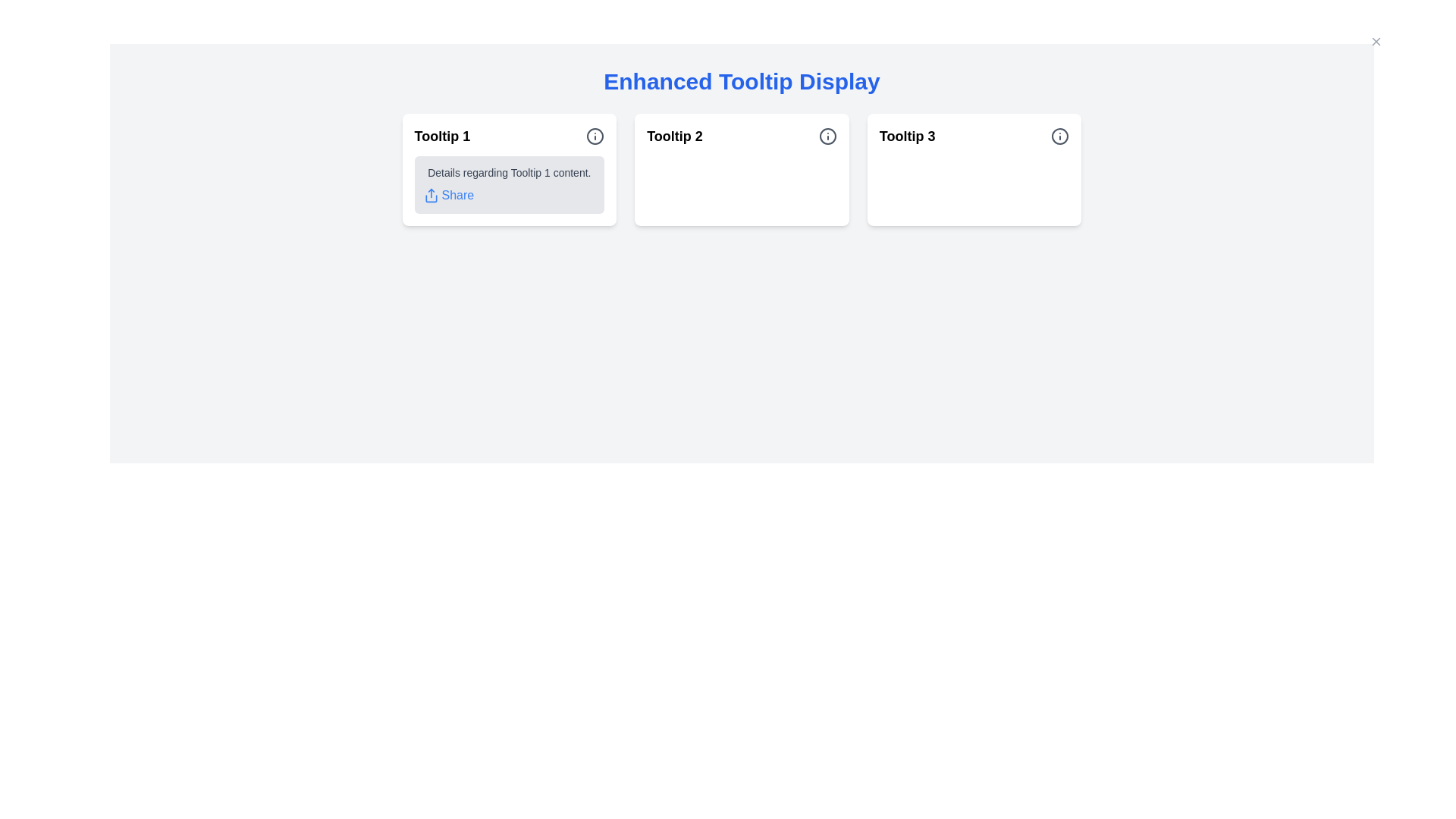 This screenshot has width=1456, height=819. I want to click on the third information card in the horizontal row, which is aligned with 'Tooltip 1' and 'Tooltip 2', so click(974, 169).